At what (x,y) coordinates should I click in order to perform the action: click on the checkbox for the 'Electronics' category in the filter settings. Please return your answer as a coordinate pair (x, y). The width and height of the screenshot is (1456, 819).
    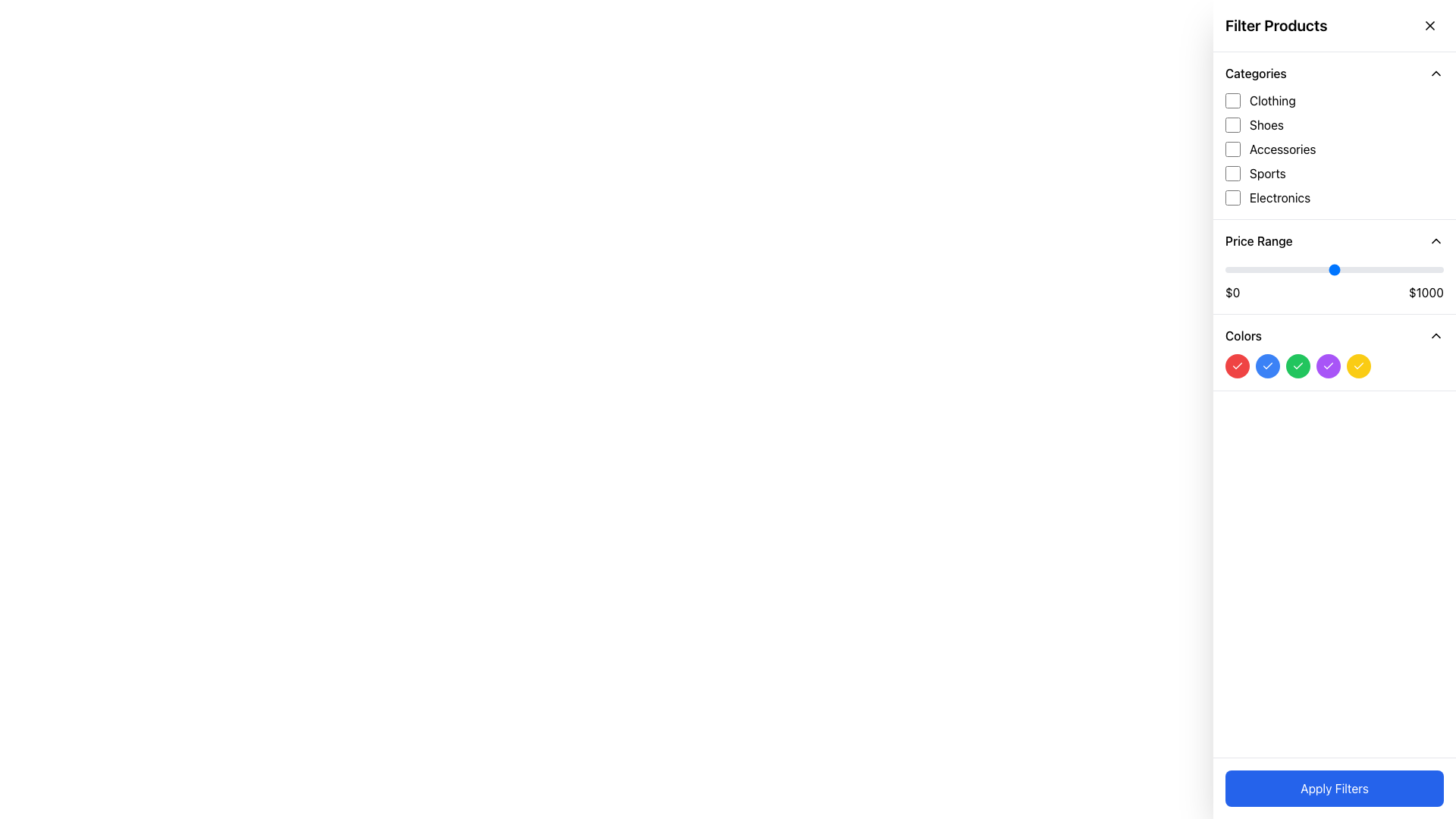
    Looking at the image, I should click on (1233, 197).